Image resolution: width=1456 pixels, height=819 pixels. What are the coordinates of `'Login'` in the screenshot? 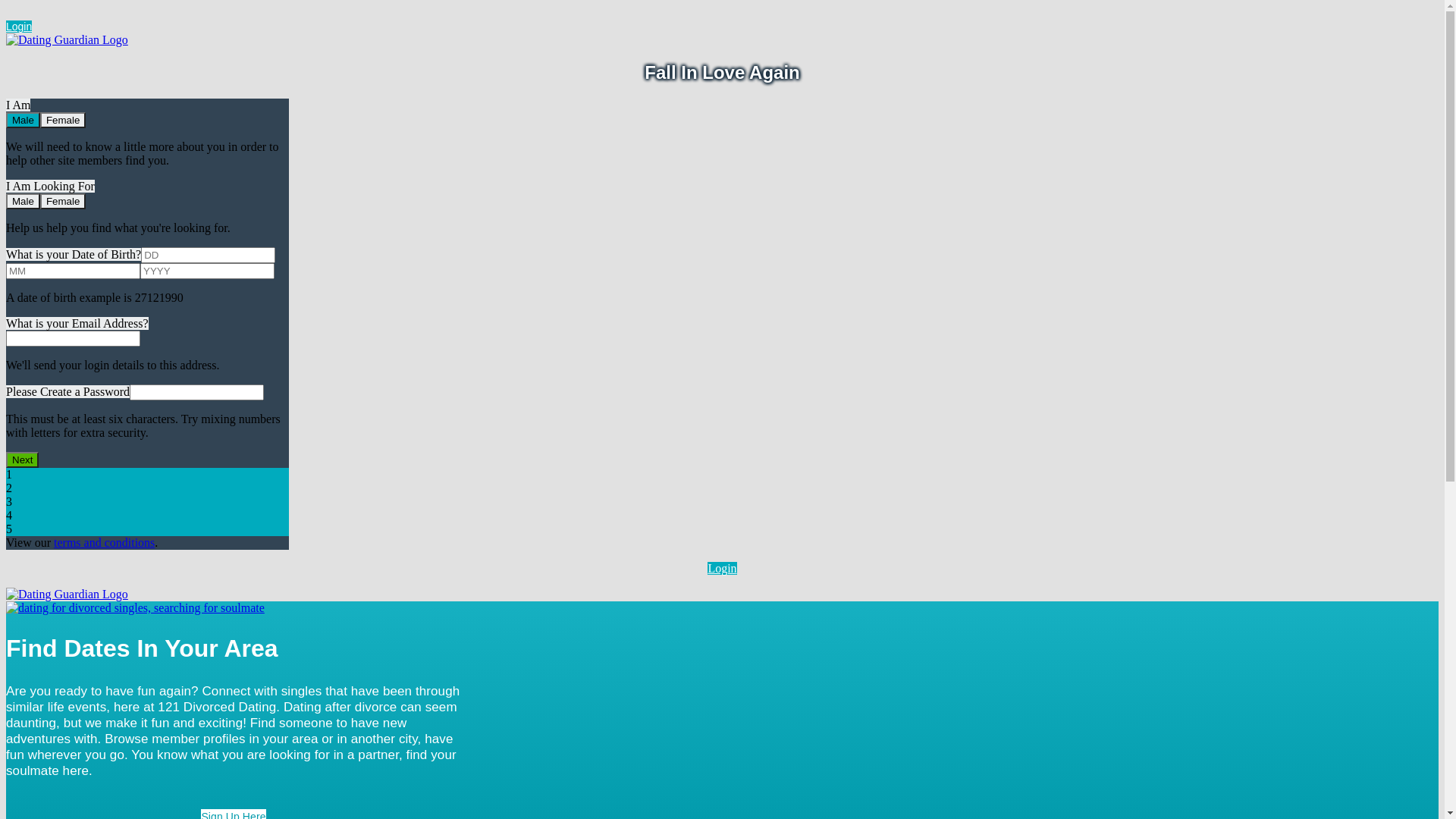 It's located at (6, 26).